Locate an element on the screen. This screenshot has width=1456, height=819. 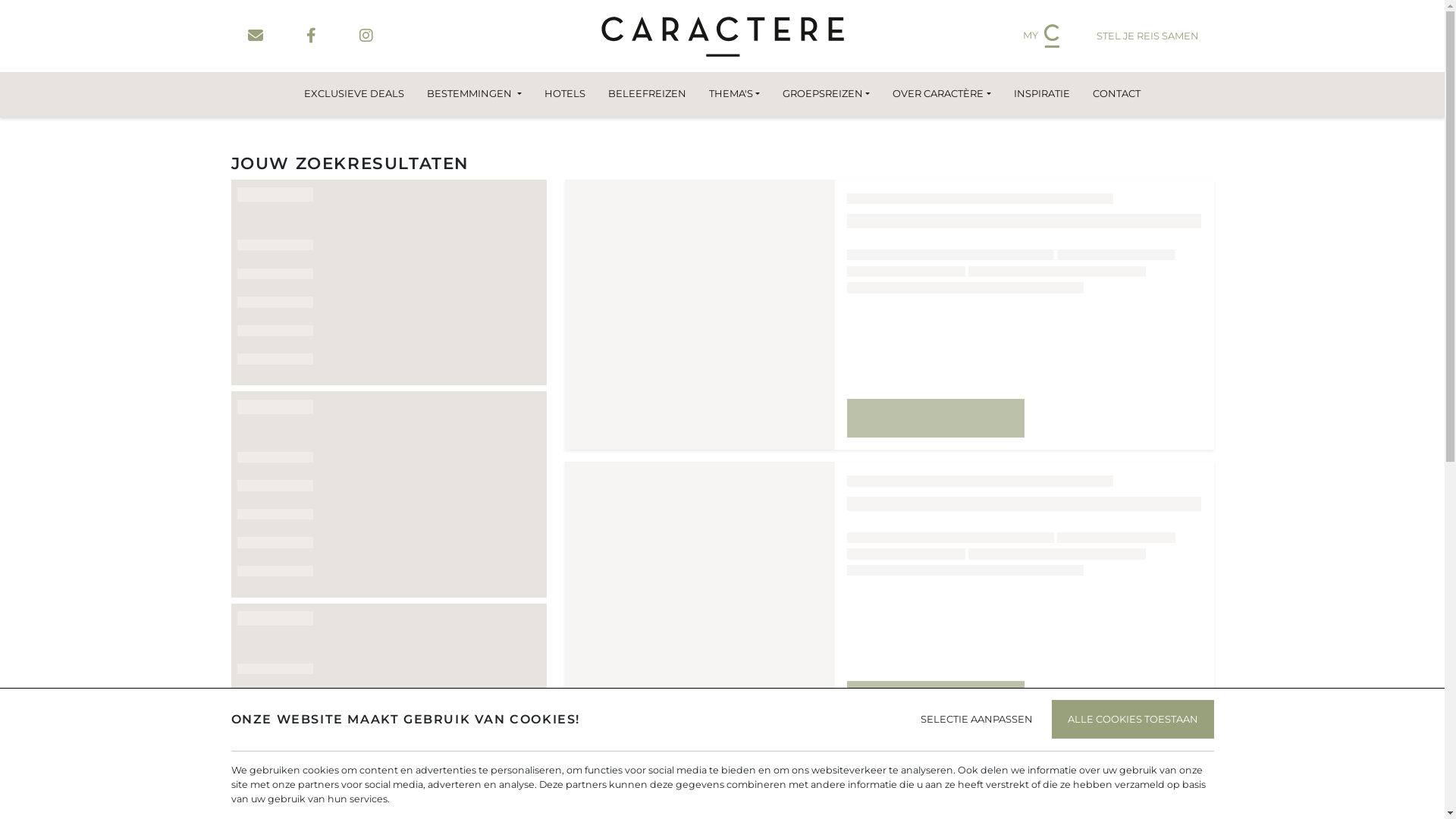
'MY' is located at coordinates (1040, 35).